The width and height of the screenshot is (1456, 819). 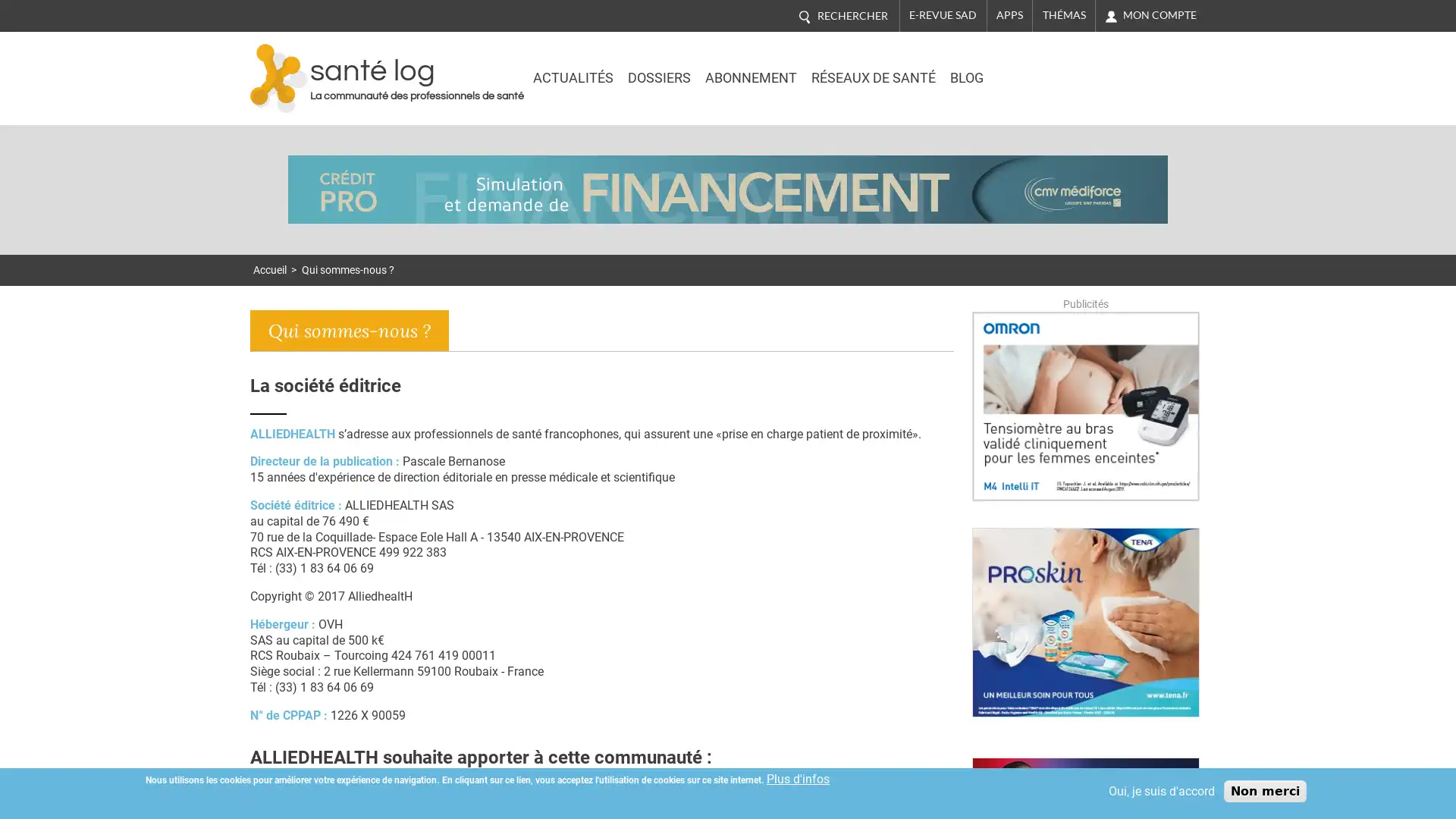 I want to click on Non merci, so click(x=1265, y=790).